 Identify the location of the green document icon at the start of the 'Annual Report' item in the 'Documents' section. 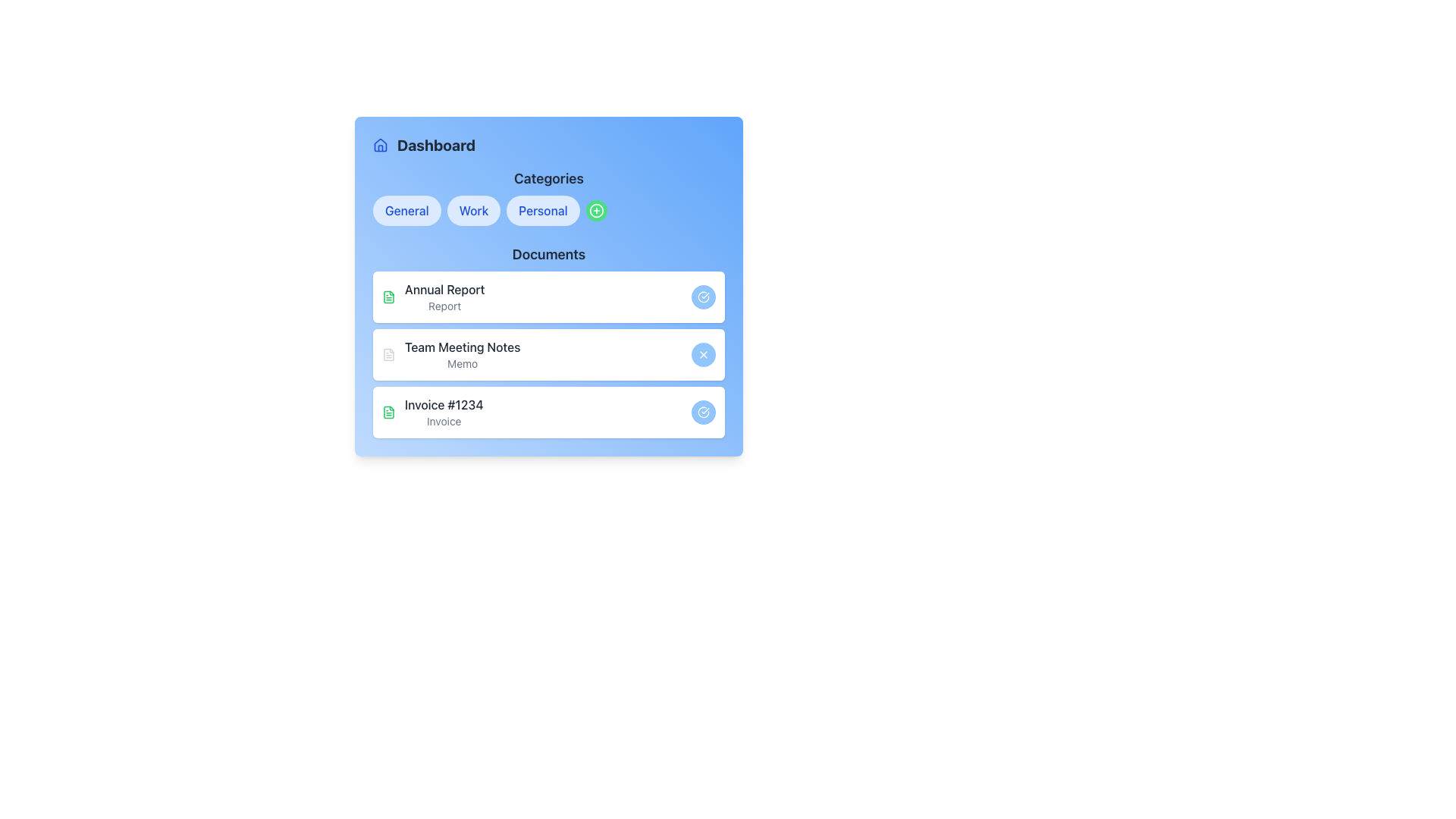
(389, 412).